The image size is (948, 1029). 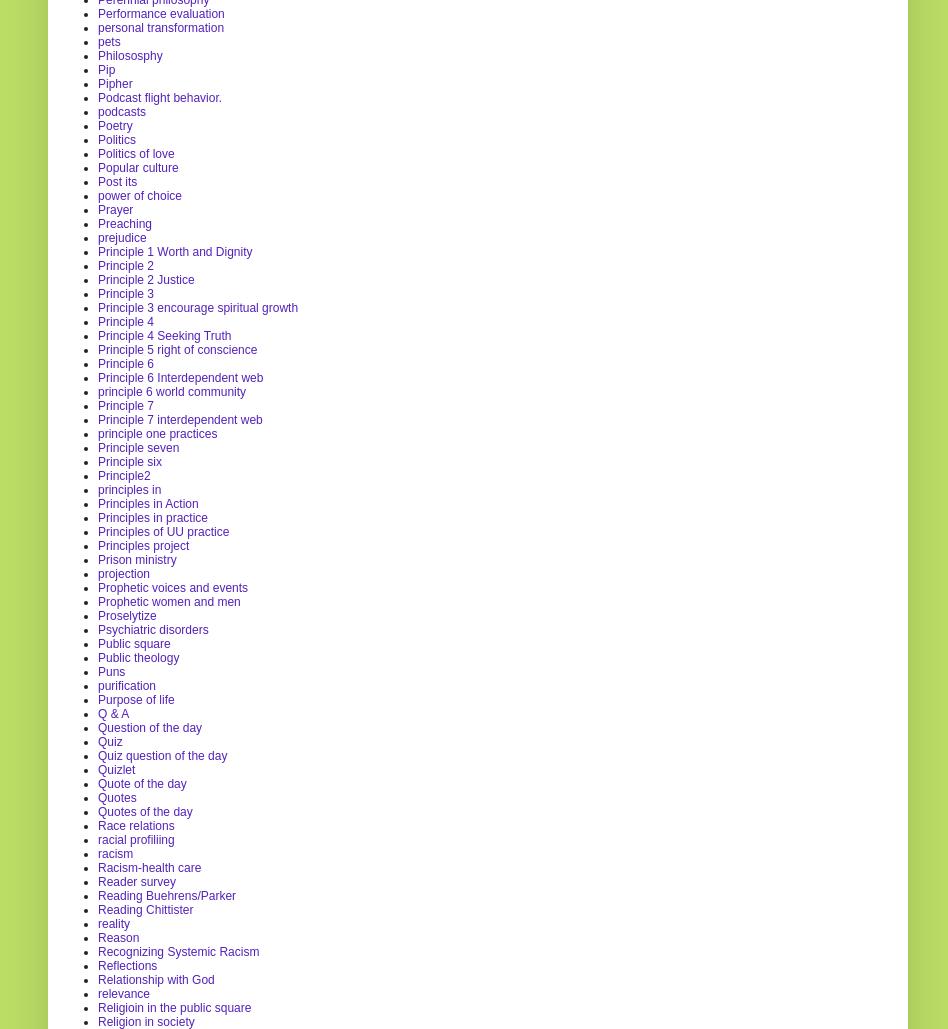 I want to click on 'projection', so click(x=98, y=572).